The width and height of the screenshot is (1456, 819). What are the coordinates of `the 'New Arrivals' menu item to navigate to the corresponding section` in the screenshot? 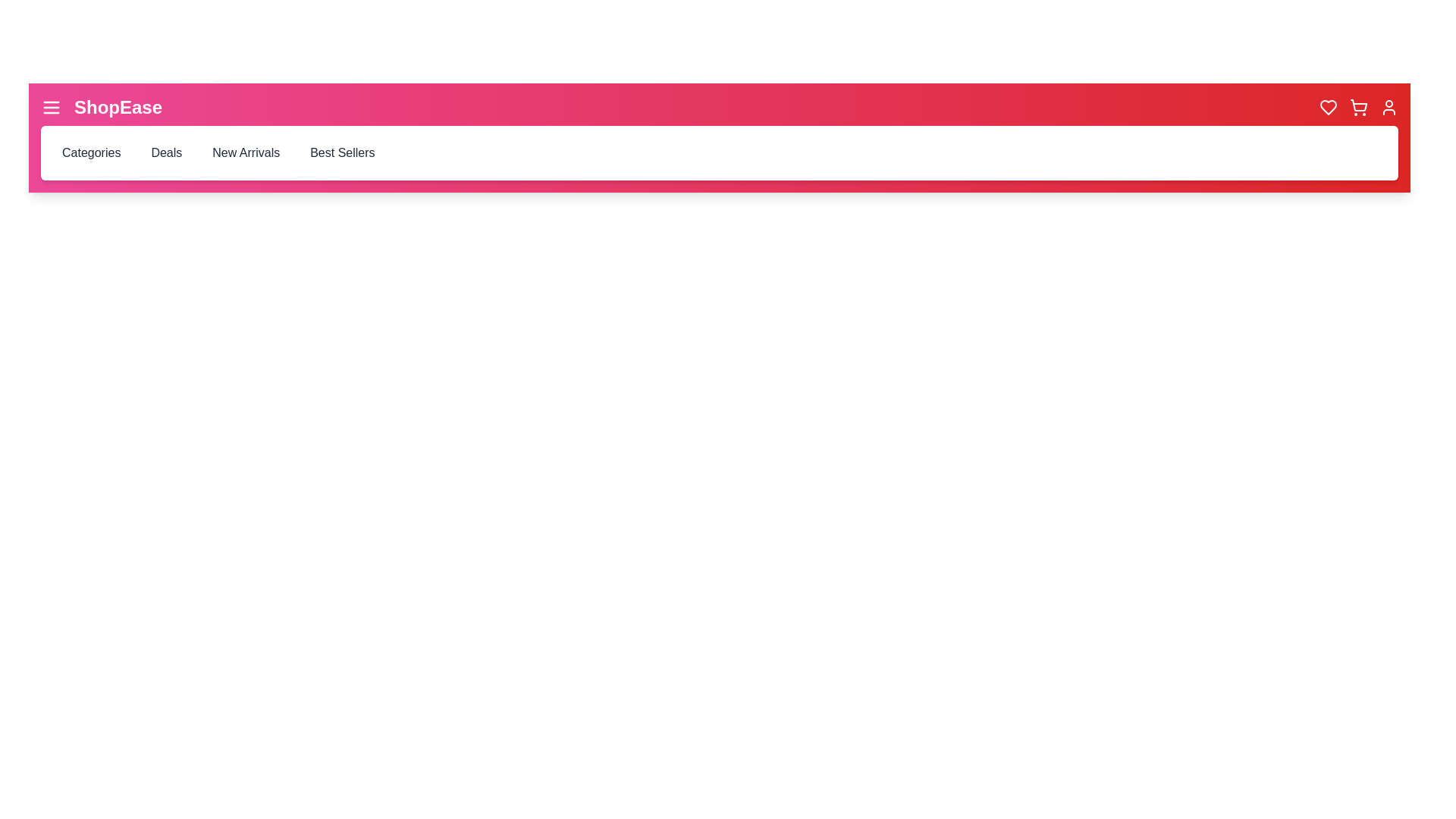 It's located at (246, 152).